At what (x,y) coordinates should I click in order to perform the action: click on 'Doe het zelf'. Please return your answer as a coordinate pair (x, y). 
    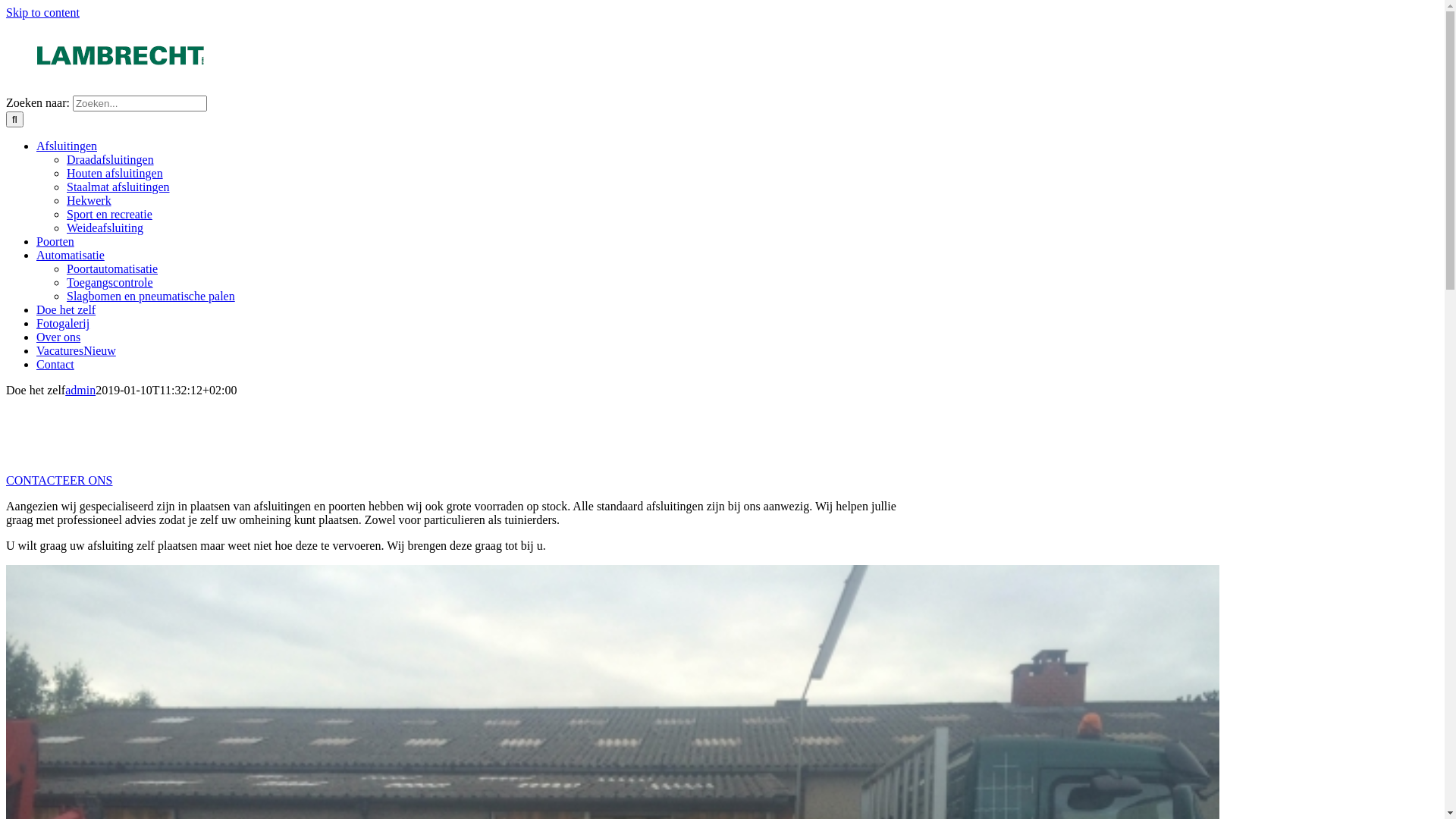
    Looking at the image, I should click on (64, 309).